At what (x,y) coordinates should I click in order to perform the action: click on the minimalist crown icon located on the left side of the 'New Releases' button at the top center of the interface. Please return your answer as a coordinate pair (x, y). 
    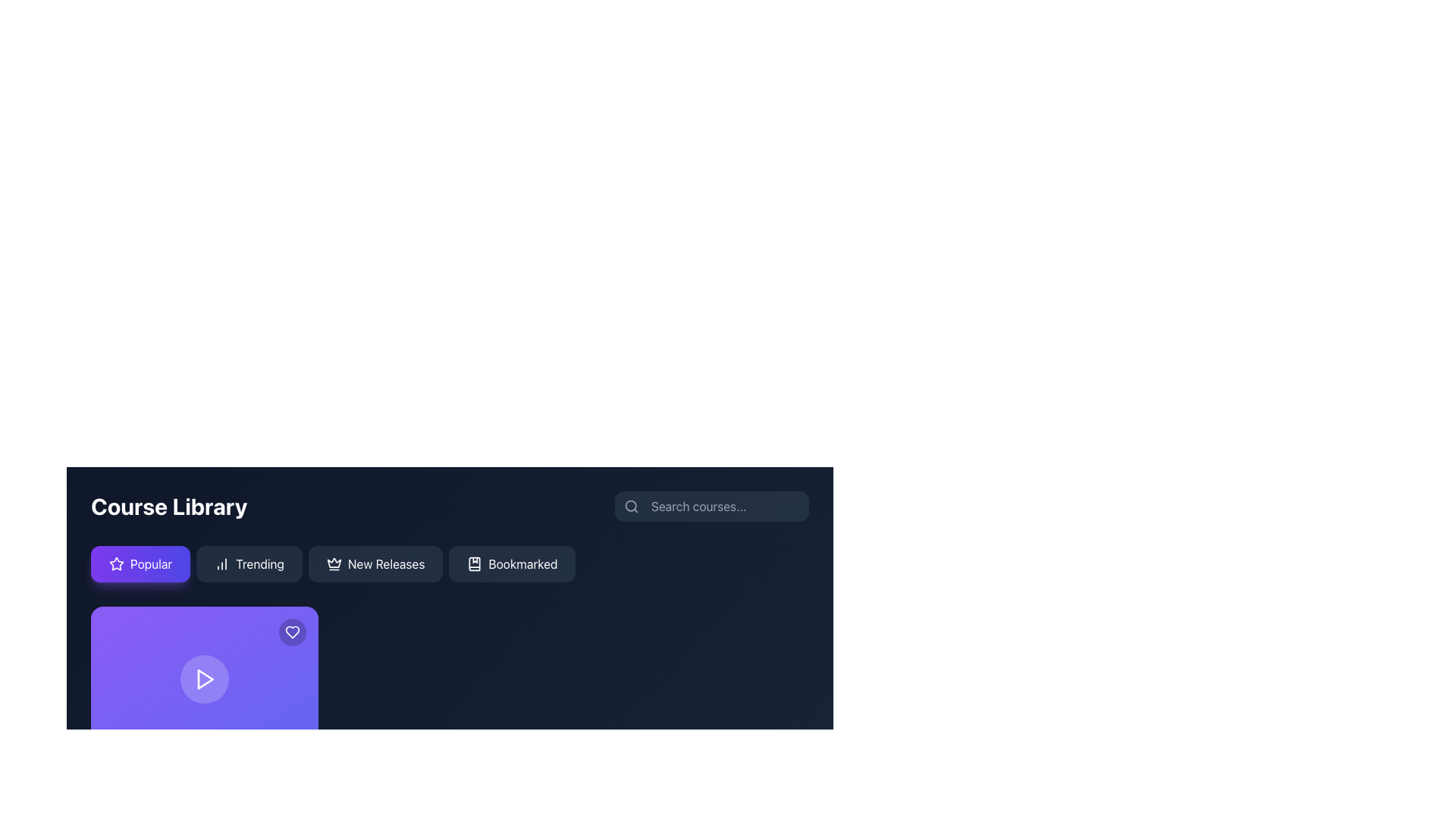
    Looking at the image, I should click on (334, 564).